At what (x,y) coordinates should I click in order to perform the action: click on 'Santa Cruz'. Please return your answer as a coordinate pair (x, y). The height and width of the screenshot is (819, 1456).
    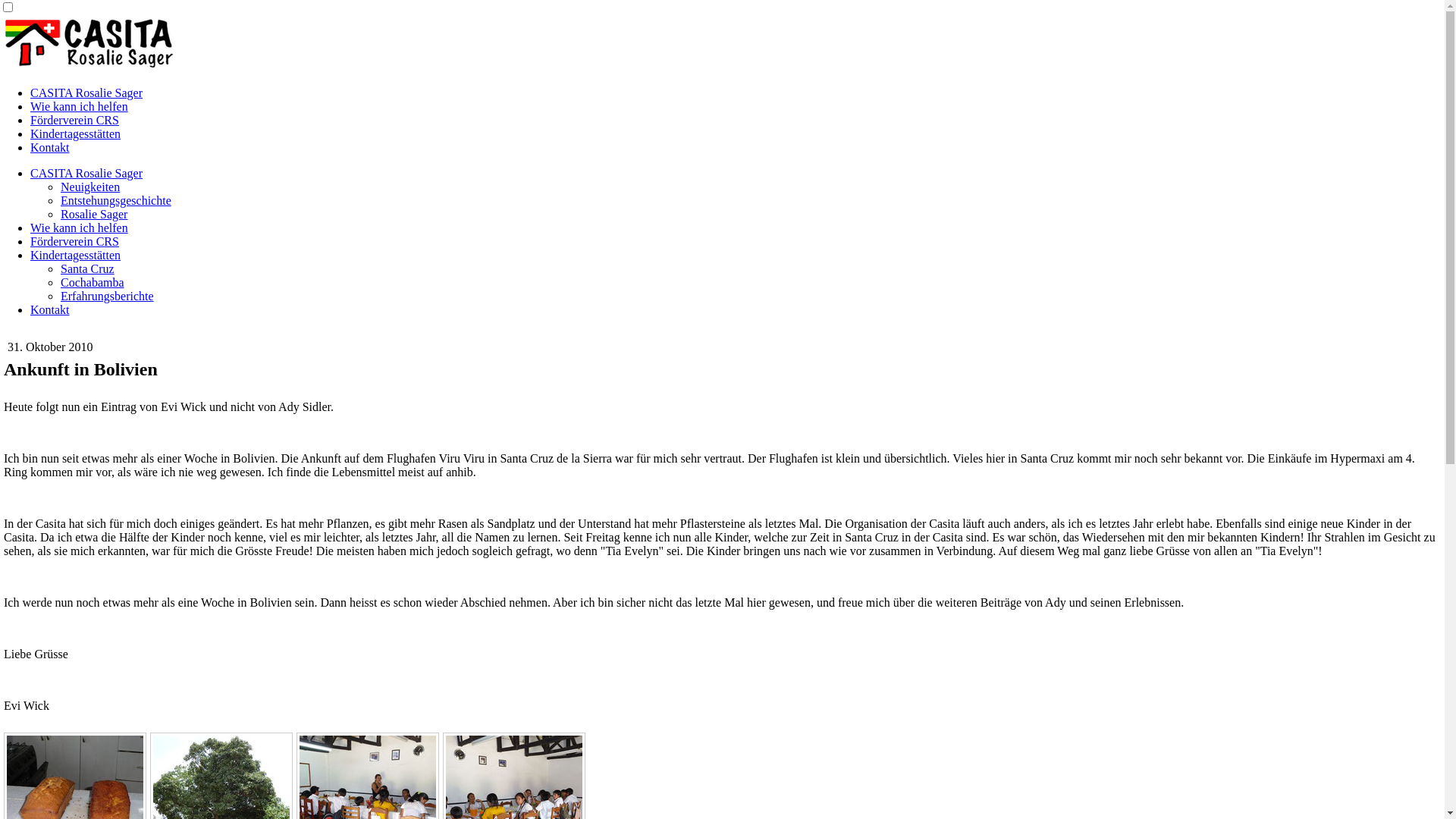
    Looking at the image, I should click on (61, 268).